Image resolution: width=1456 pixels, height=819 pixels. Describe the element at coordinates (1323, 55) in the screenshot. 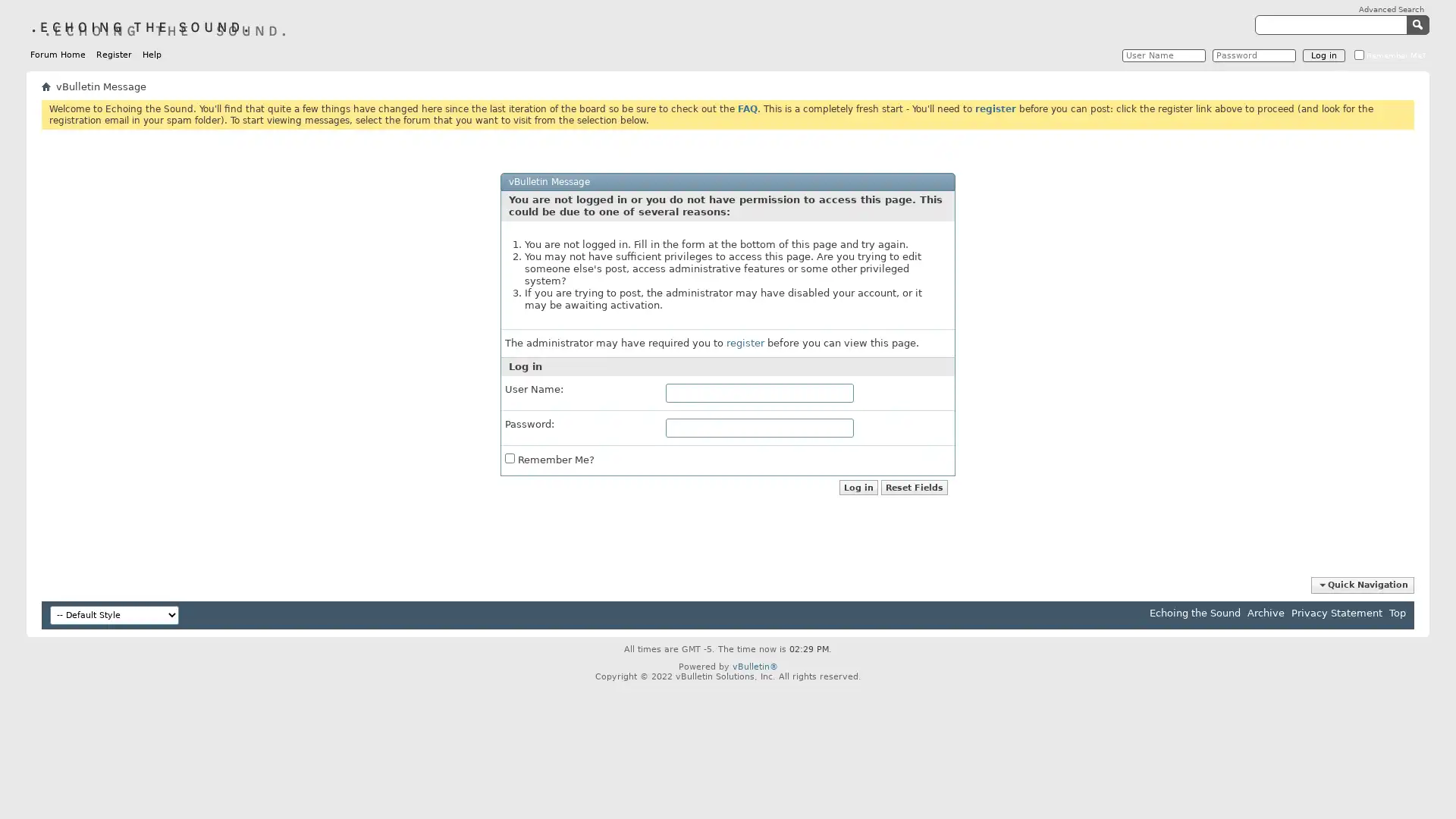

I see `Log in` at that location.